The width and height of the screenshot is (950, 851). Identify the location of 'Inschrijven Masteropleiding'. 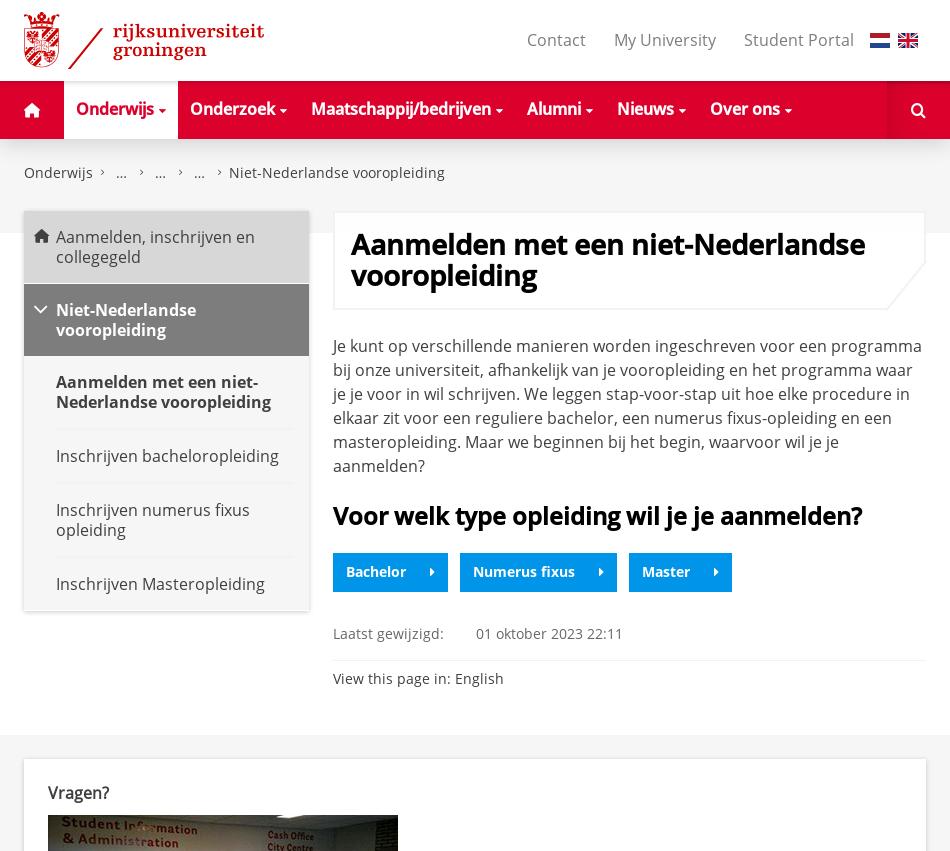
(160, 583).